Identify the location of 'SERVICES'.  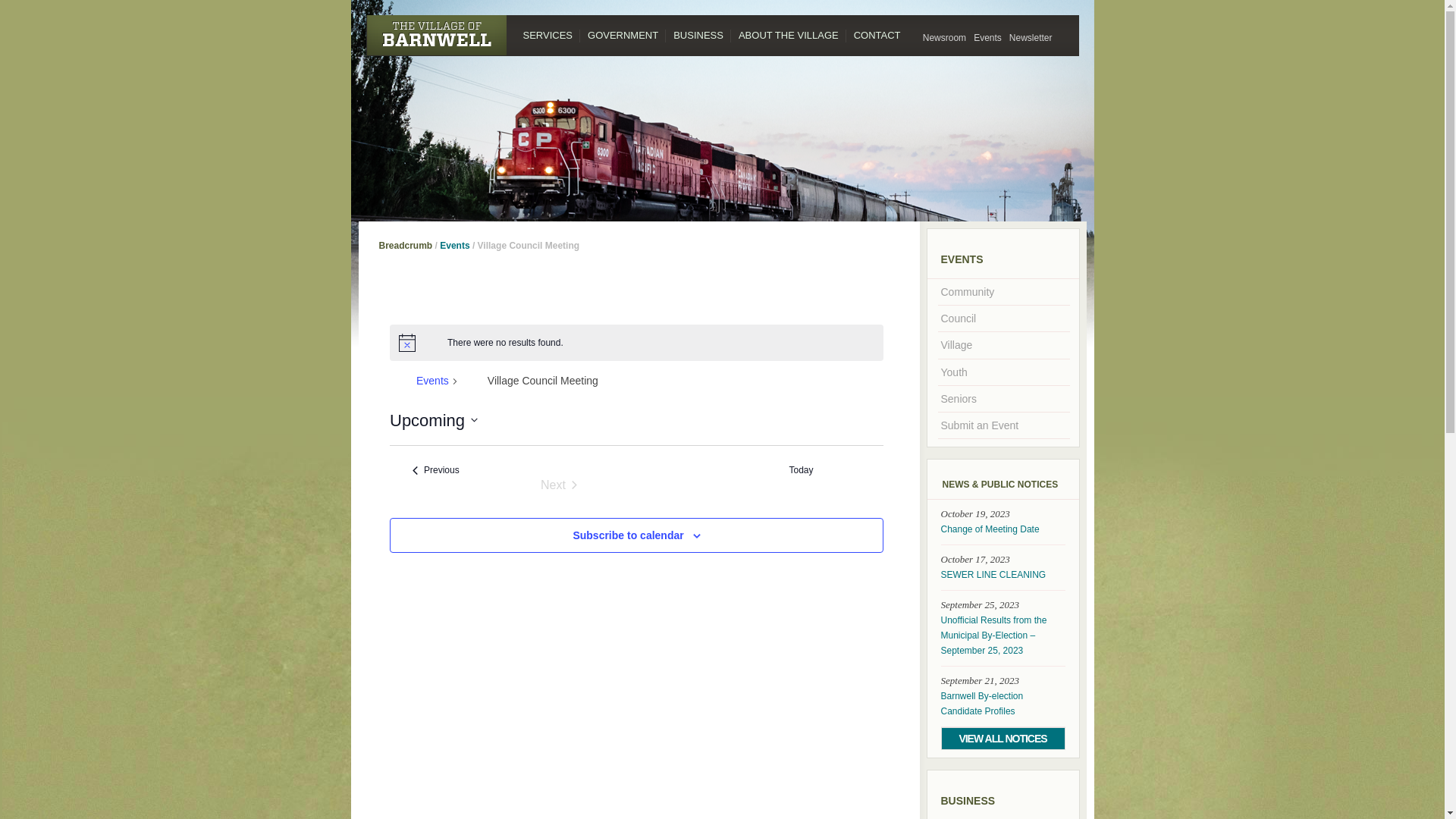
(548, 34).